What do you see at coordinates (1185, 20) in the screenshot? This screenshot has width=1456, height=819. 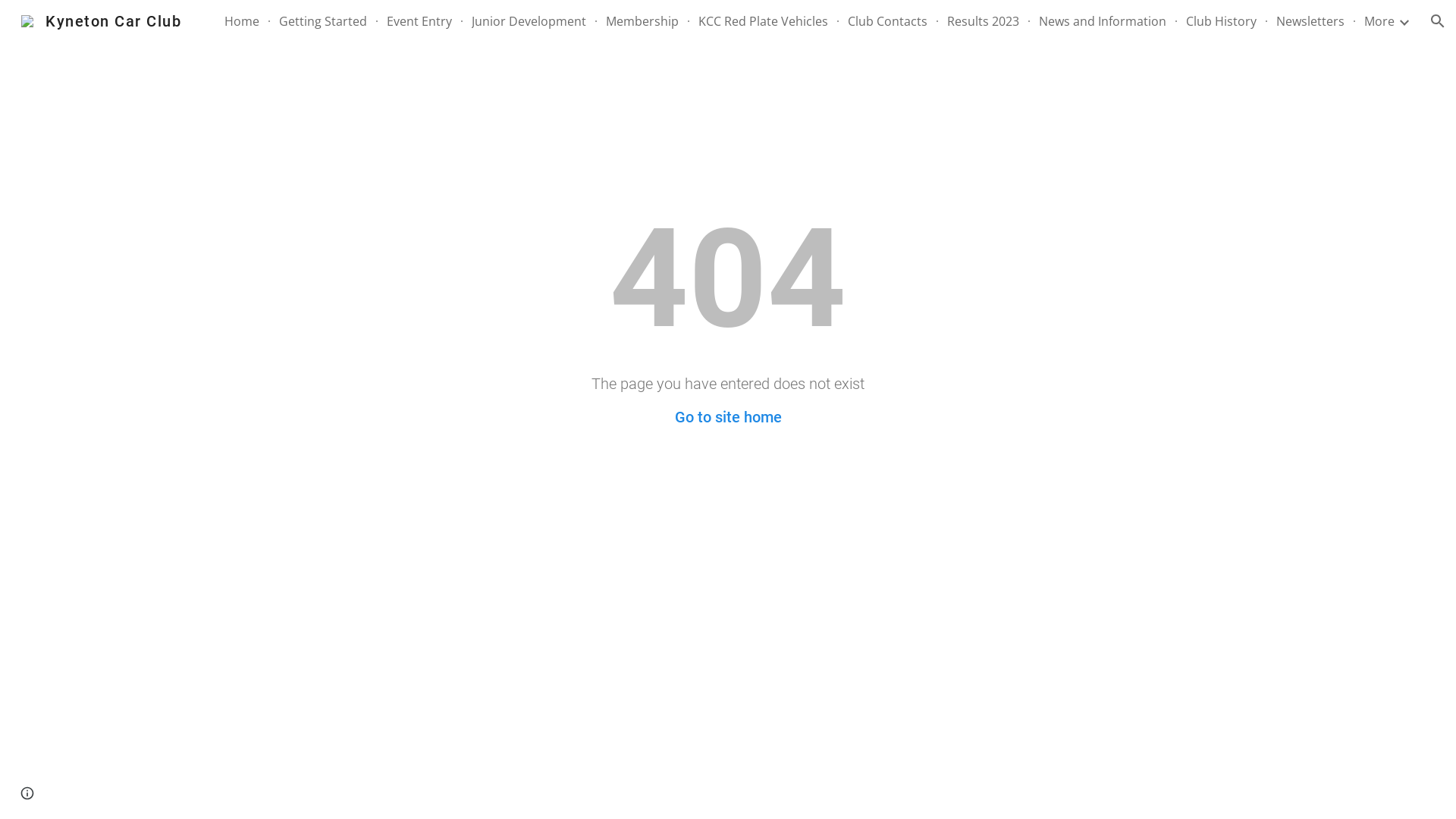 I see `'Club History'` at bounding box center [1185, 20].